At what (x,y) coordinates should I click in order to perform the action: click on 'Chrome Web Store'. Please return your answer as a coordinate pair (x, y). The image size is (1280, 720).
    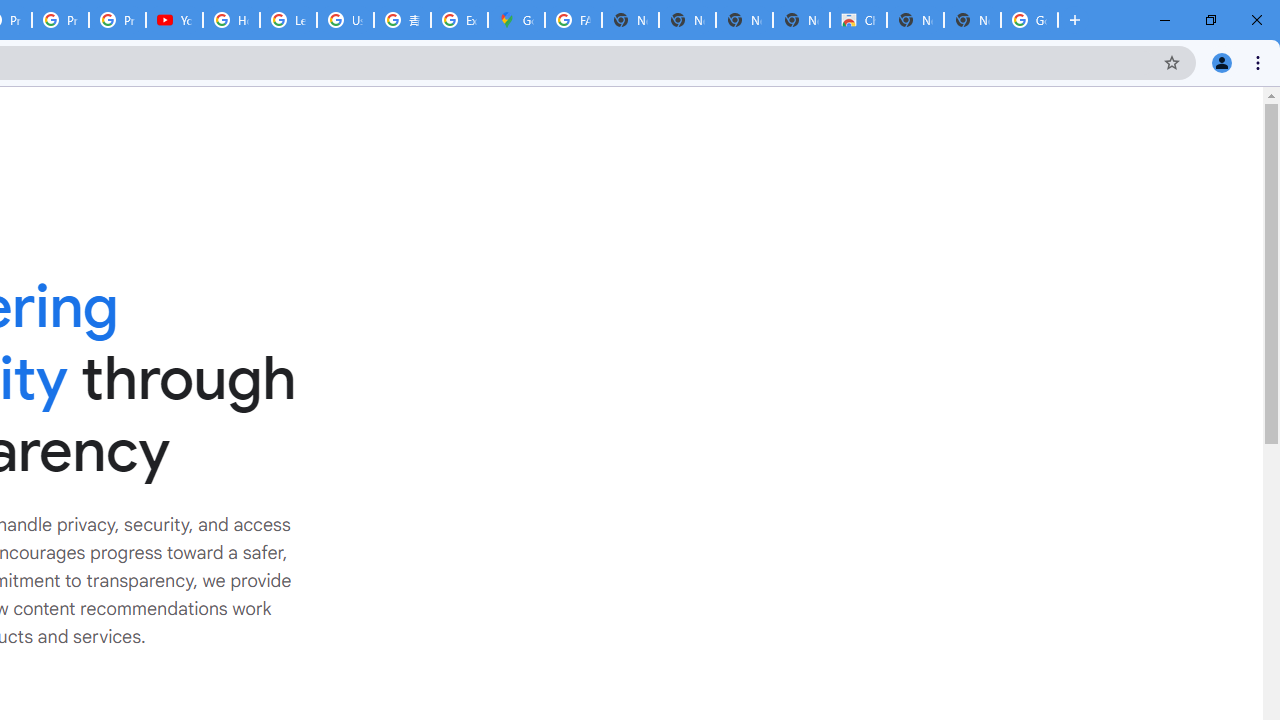
    Looking at the image, I should click on (858, 20).